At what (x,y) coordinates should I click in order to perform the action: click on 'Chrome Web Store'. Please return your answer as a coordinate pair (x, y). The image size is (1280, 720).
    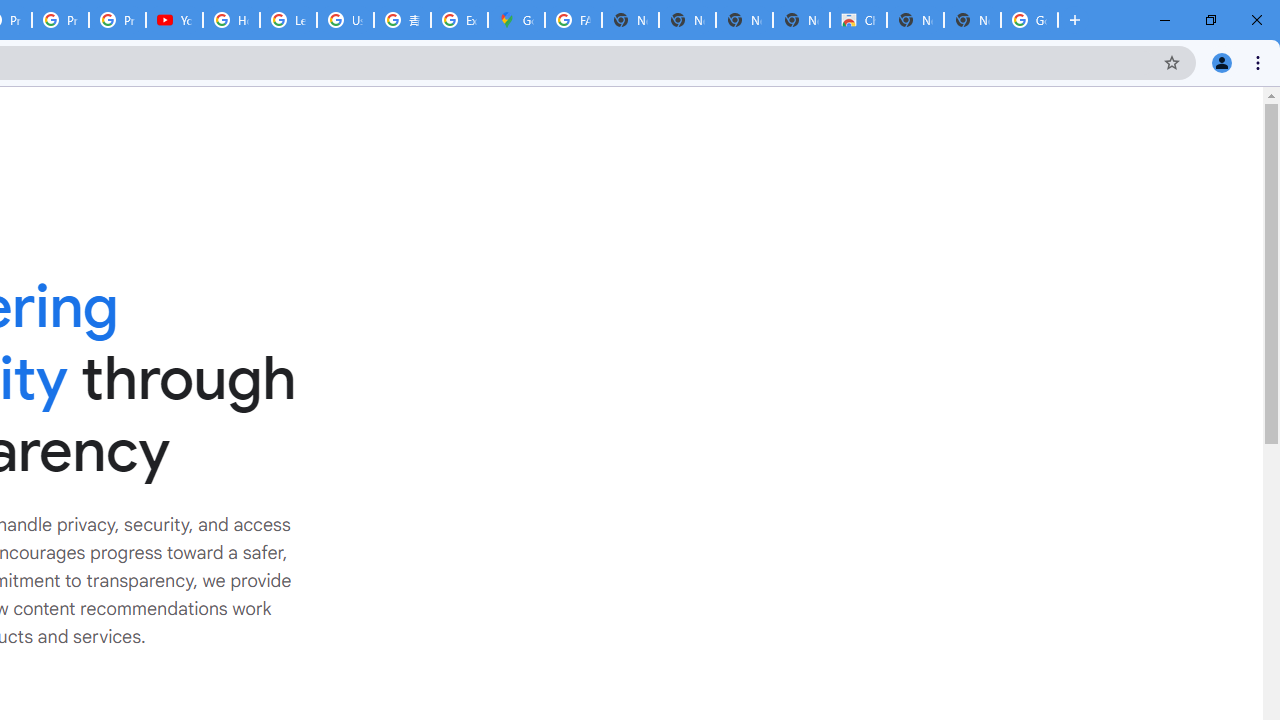
    Looking at the image, I should click on (858, 20).